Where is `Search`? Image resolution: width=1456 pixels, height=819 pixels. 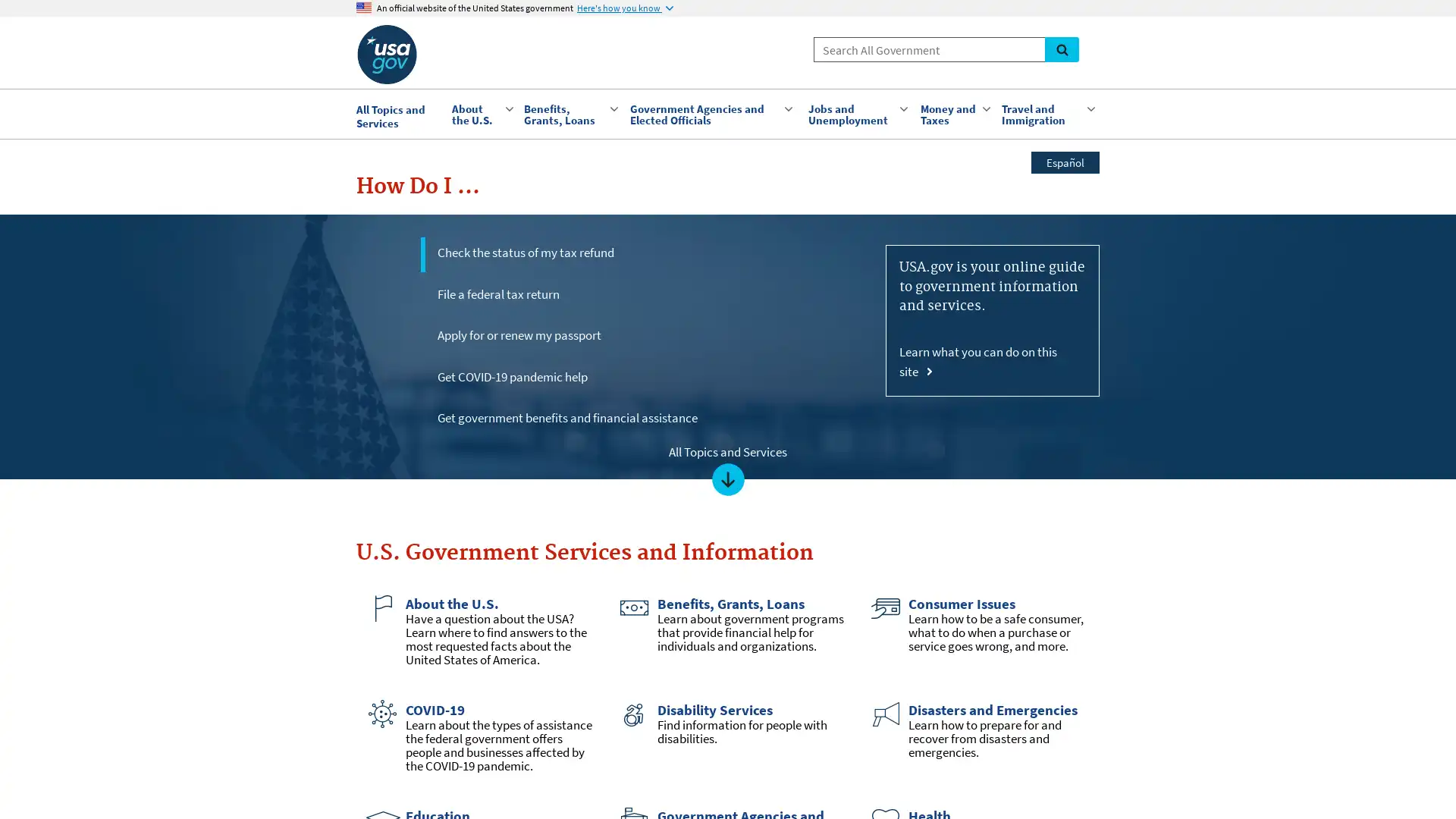 Search is located at coordinates (1061, 49).